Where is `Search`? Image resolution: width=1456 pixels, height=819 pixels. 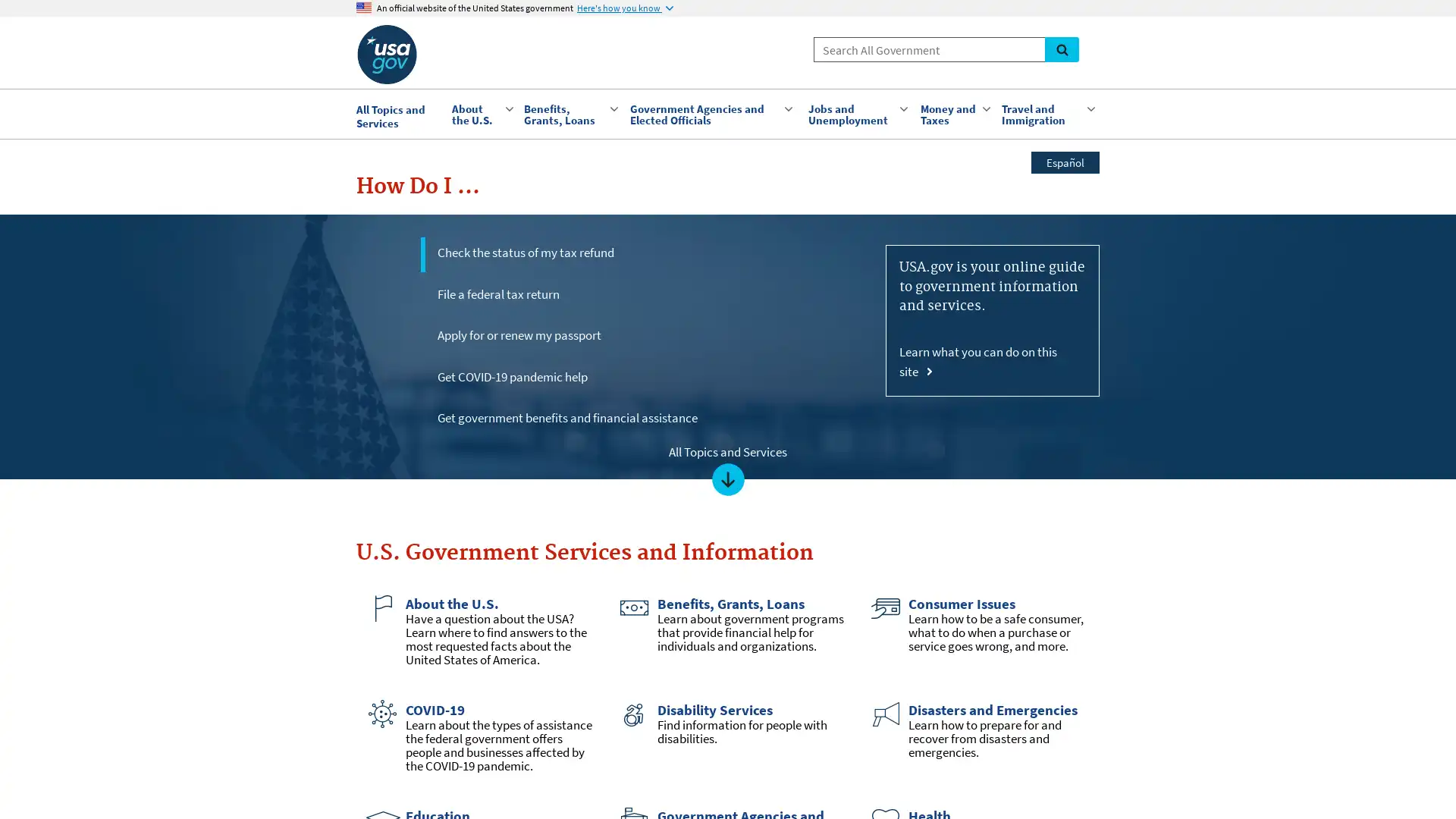 Search is located at coordinates (1061, 49).